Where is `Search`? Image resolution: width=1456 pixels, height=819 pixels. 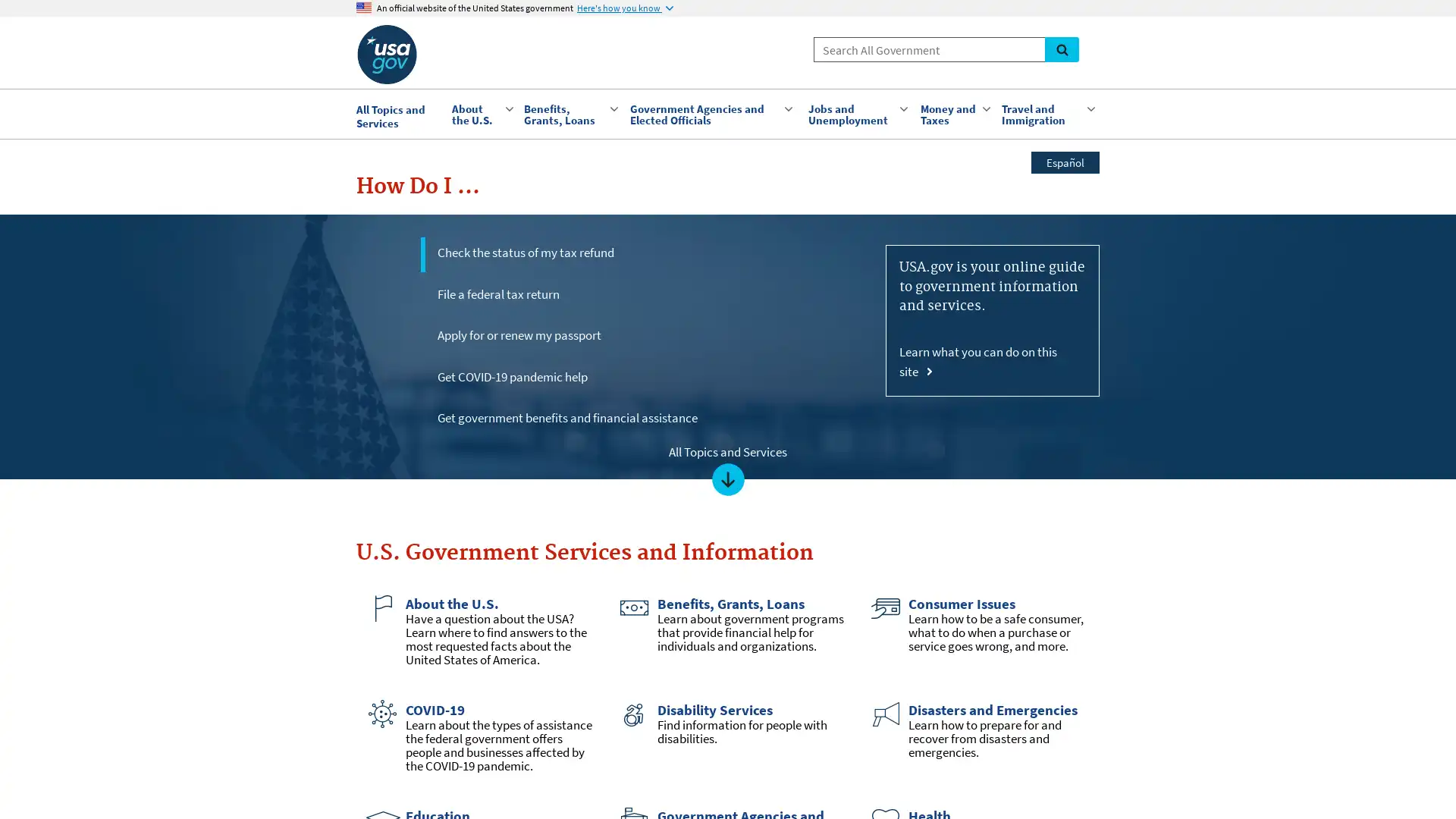 Search is located at coordinates (1061, 49).